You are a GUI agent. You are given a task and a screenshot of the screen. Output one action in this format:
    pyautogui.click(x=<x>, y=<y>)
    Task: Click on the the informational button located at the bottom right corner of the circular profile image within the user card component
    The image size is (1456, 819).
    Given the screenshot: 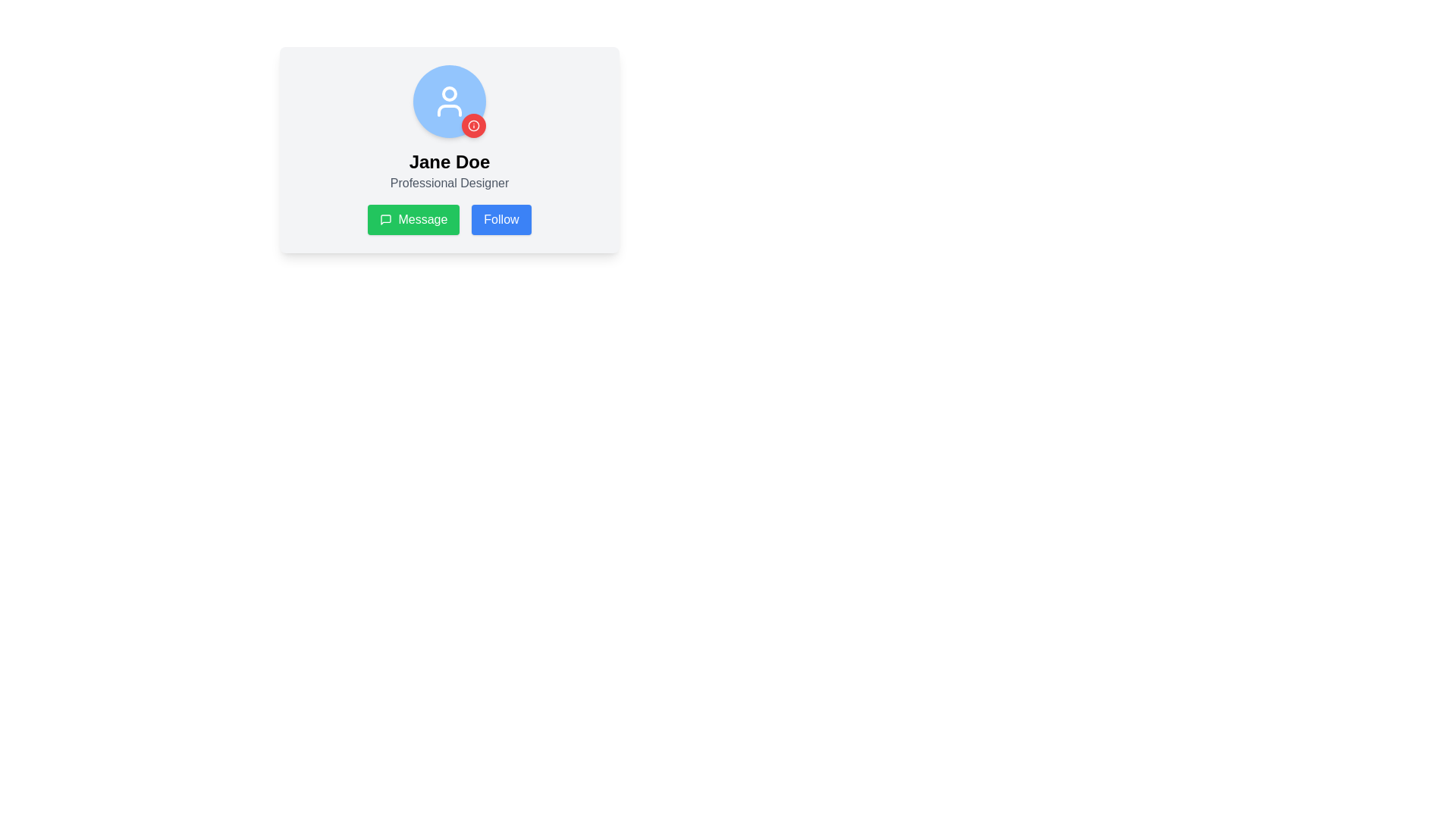 What is the action you would take?
    pyautogui.click(x=472, y=124)
    